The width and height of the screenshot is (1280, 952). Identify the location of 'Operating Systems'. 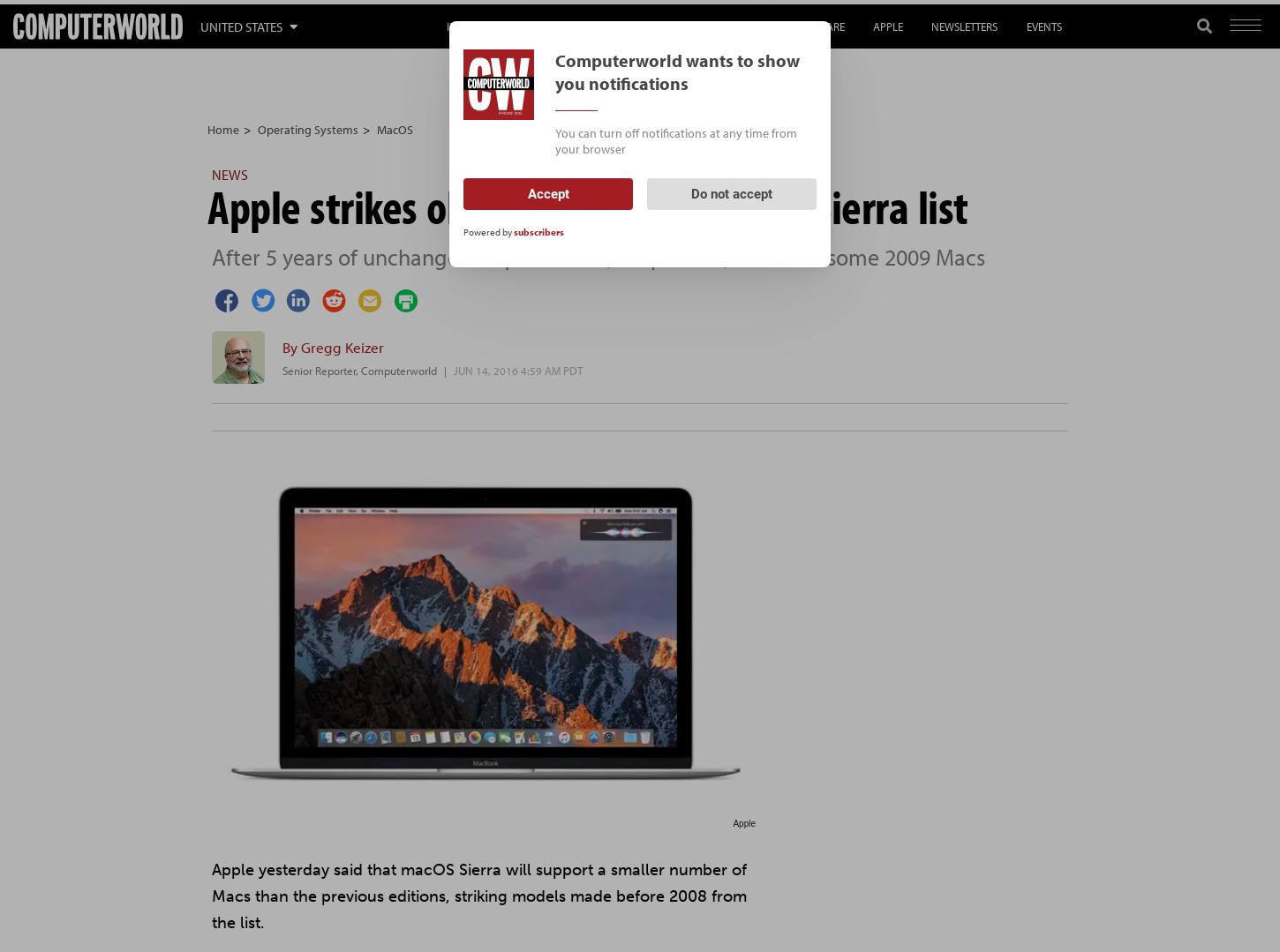
(258, 128).